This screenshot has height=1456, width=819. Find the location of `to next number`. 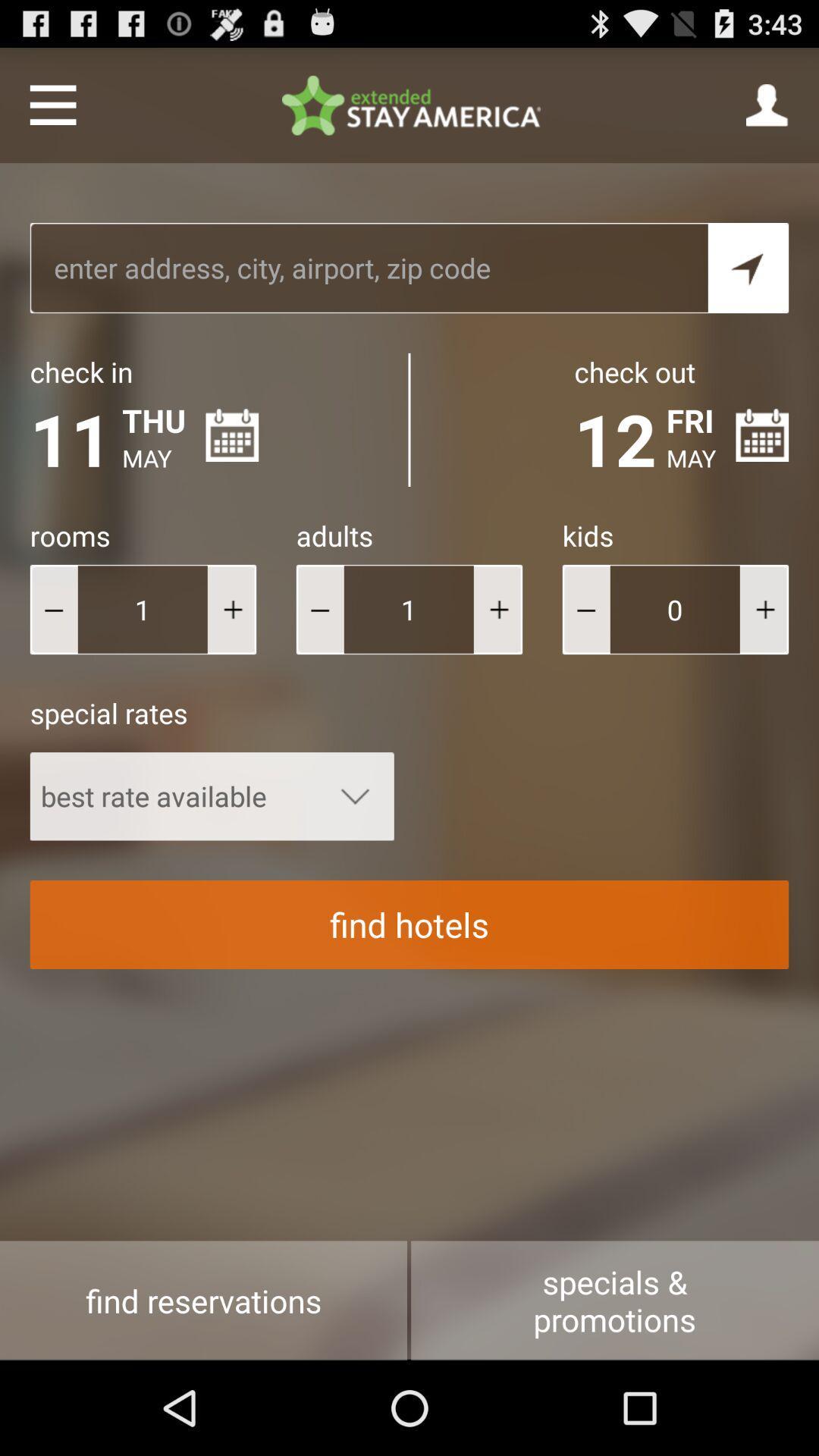

to next number is located at coordinates (231, 609).